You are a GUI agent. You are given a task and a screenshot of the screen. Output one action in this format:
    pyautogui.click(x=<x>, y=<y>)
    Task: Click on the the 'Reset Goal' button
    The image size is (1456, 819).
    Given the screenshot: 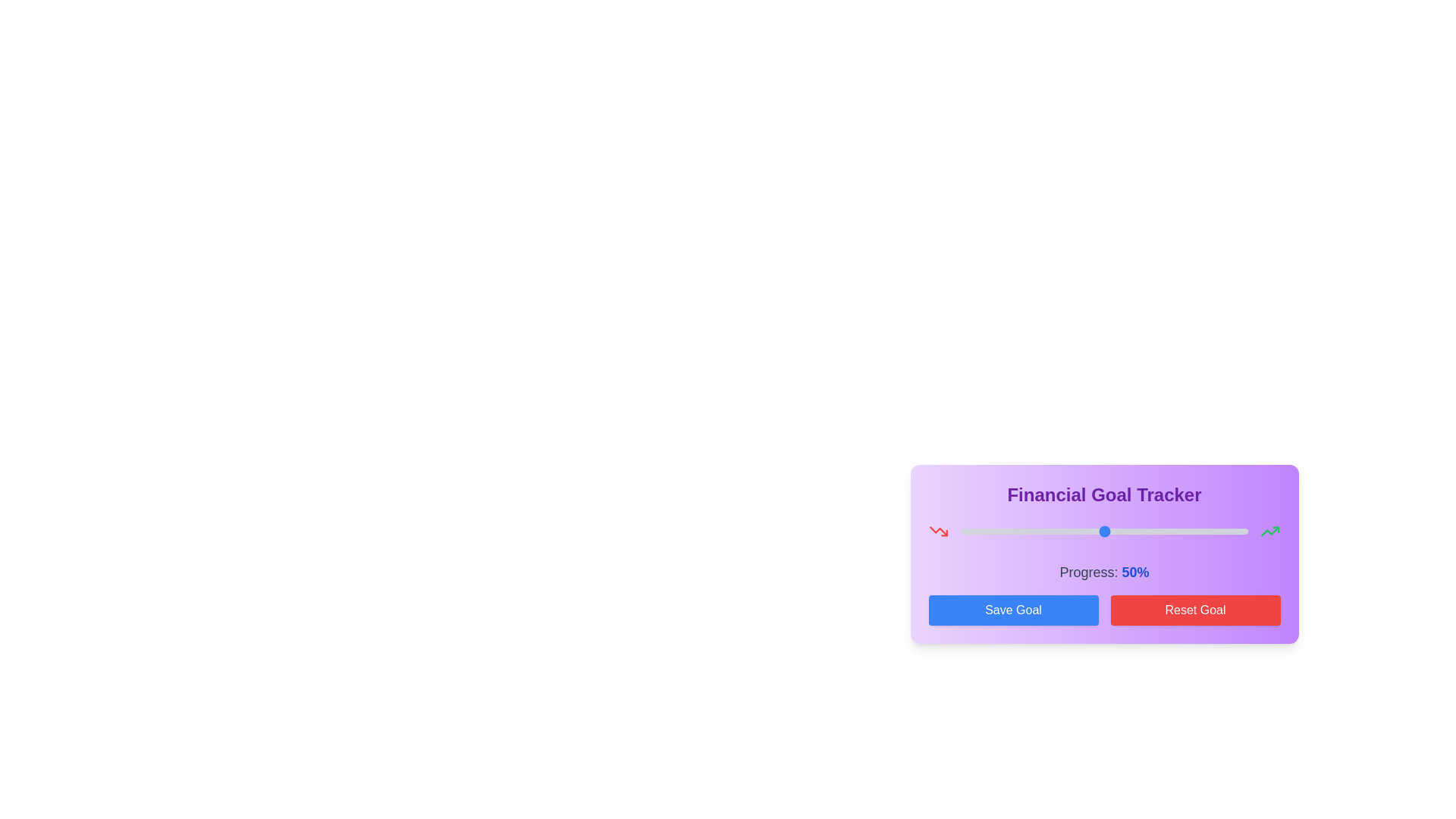 What is the action you would take?
    pyautogui.click(x=1194, y=610)
    